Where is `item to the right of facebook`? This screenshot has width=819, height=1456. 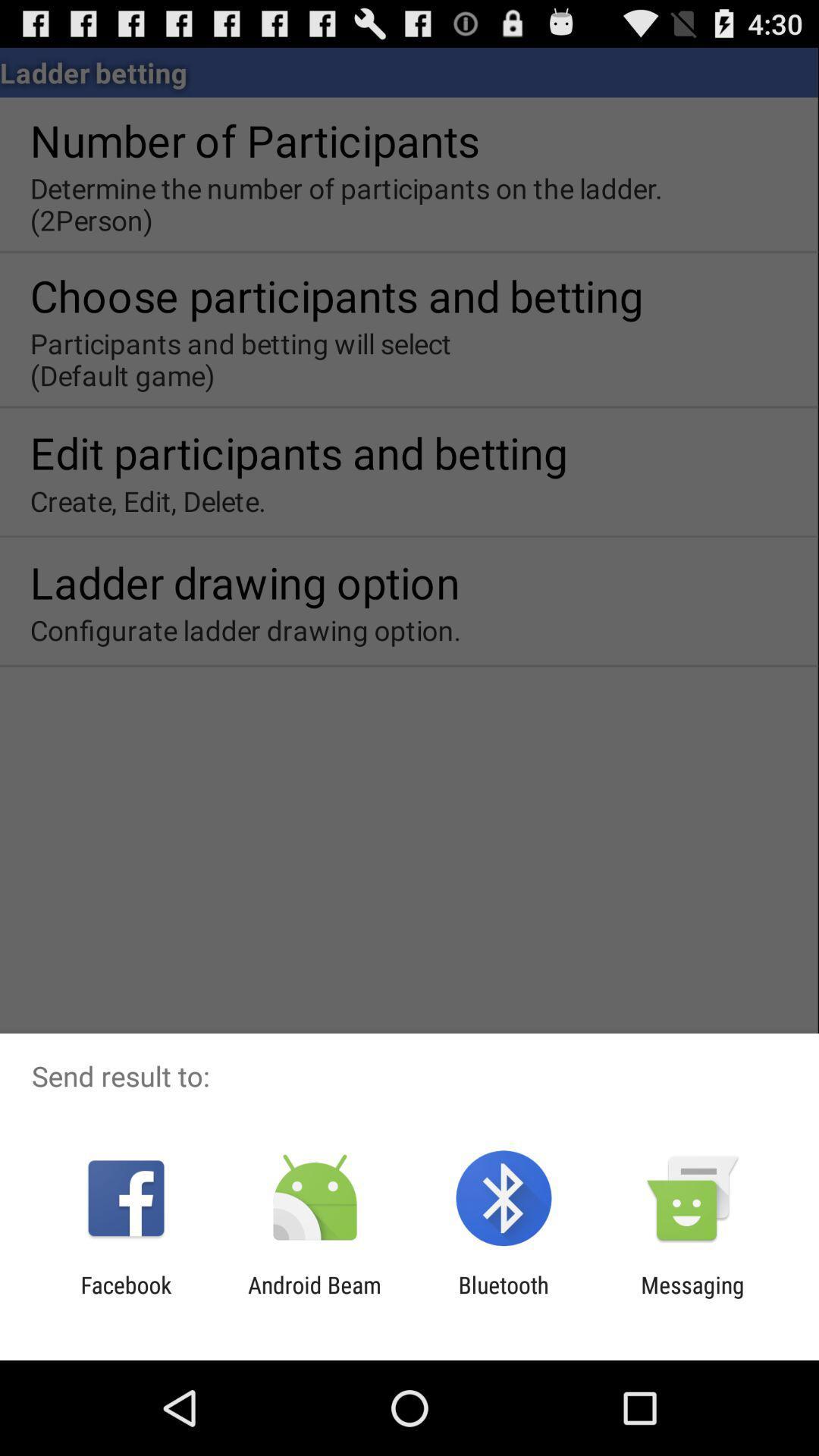
item to the right of facebook is located at coordinates (314, 1298).